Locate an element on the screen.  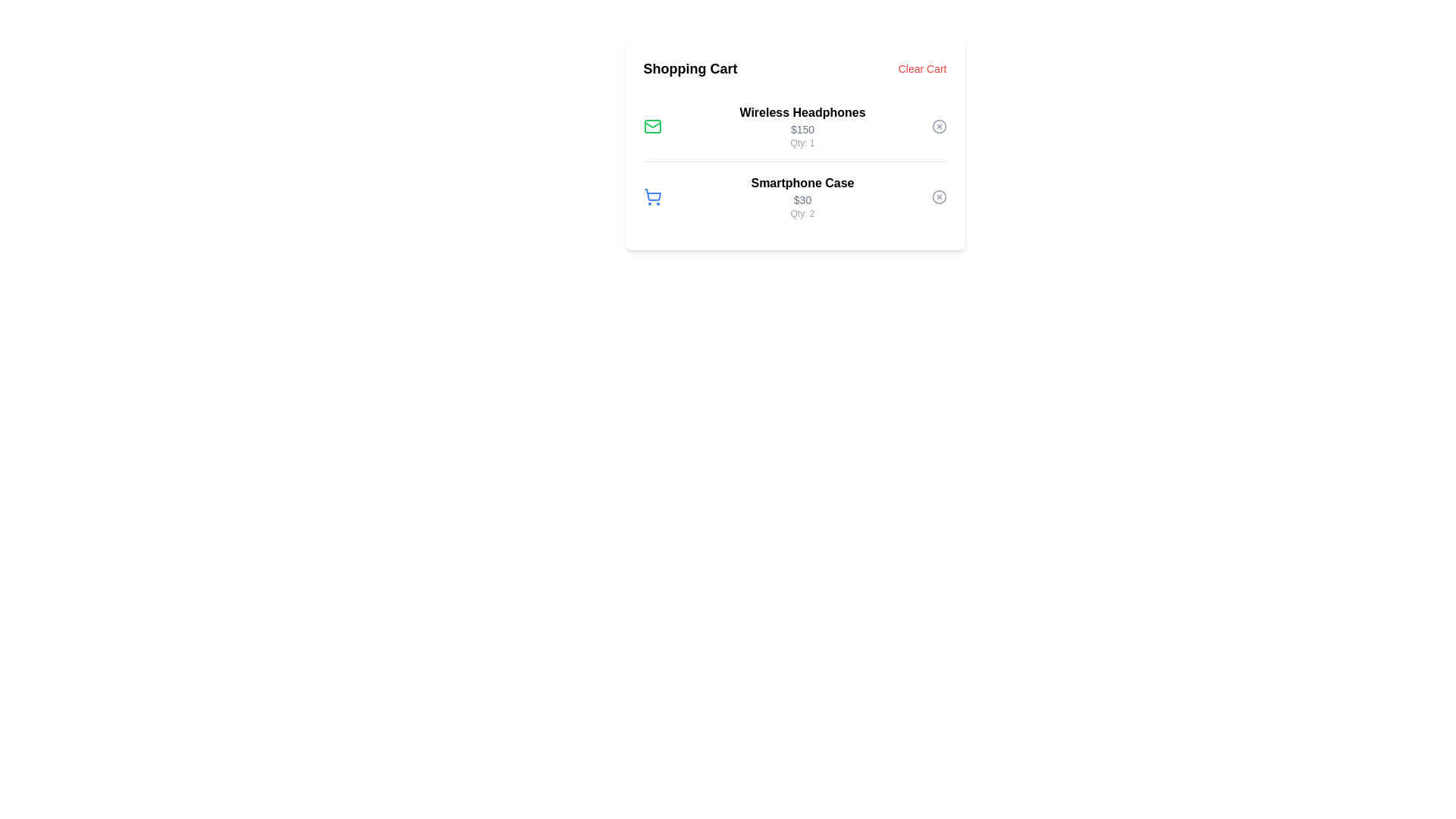
the circular graphical component within the close button of the 'Smartphone Case' row in the 'Shopping Cart' is located at coordinates (938, 196).